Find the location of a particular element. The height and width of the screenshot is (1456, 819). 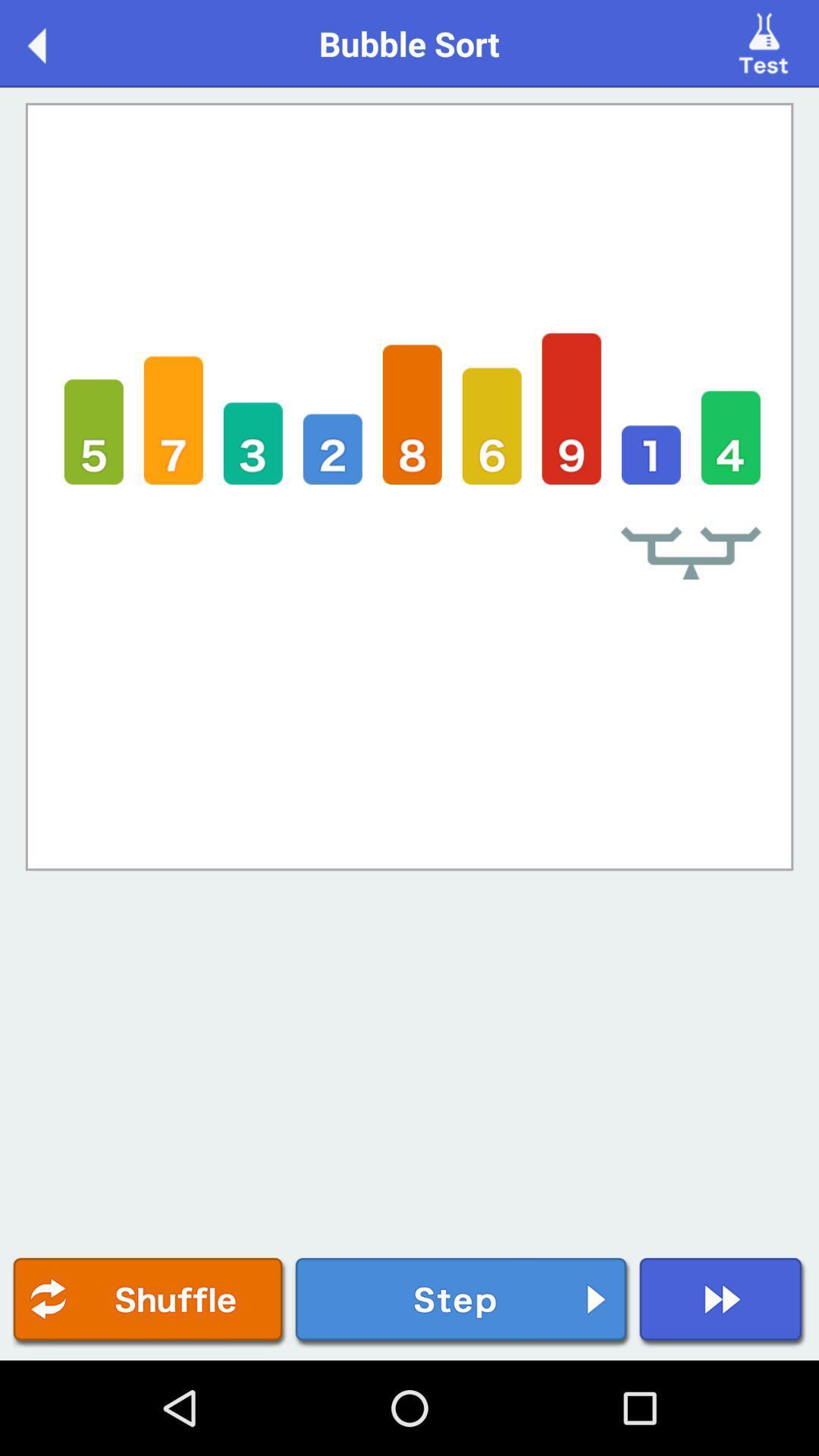

the button is used to go forward is located at coordinates (462, 1301).